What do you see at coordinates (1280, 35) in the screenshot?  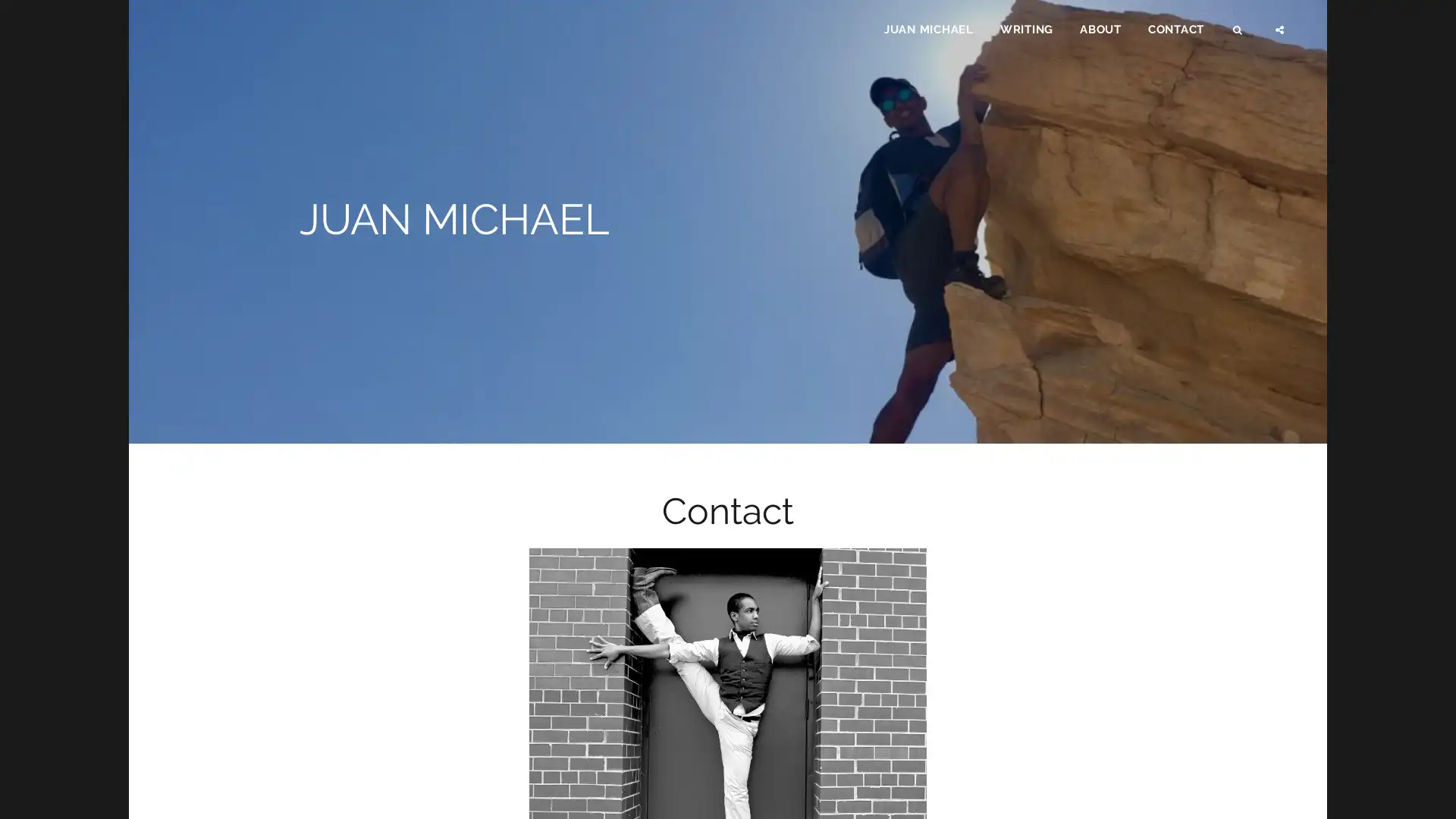 I see `SOCIAL MENU` at bounding box center [1280, 35].